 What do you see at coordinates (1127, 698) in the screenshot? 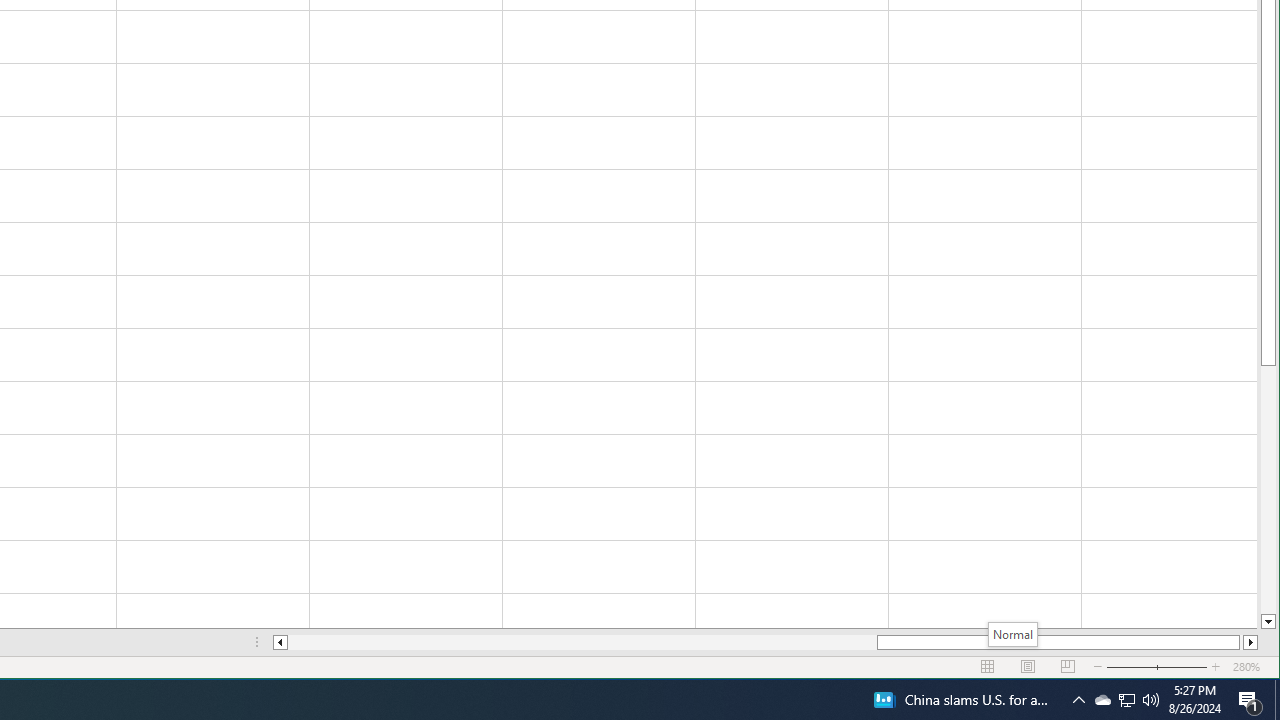
I see `'Notification Chevron'` at bounding box center [1127, 698].